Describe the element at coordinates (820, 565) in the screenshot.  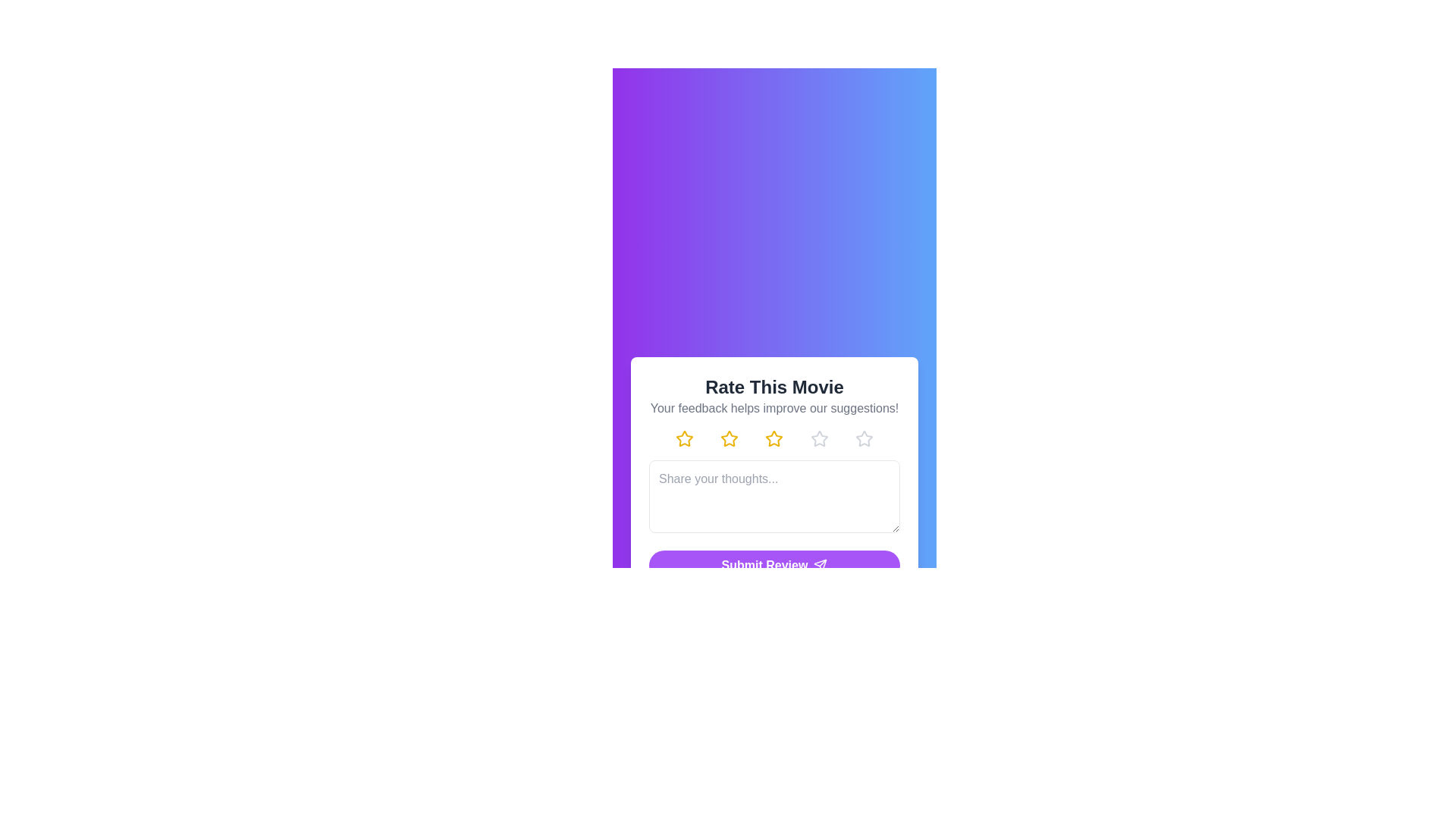
I see `the send arrow icon with a white outline located within the purple circle, part of the 'Submit Review' button` at that location.